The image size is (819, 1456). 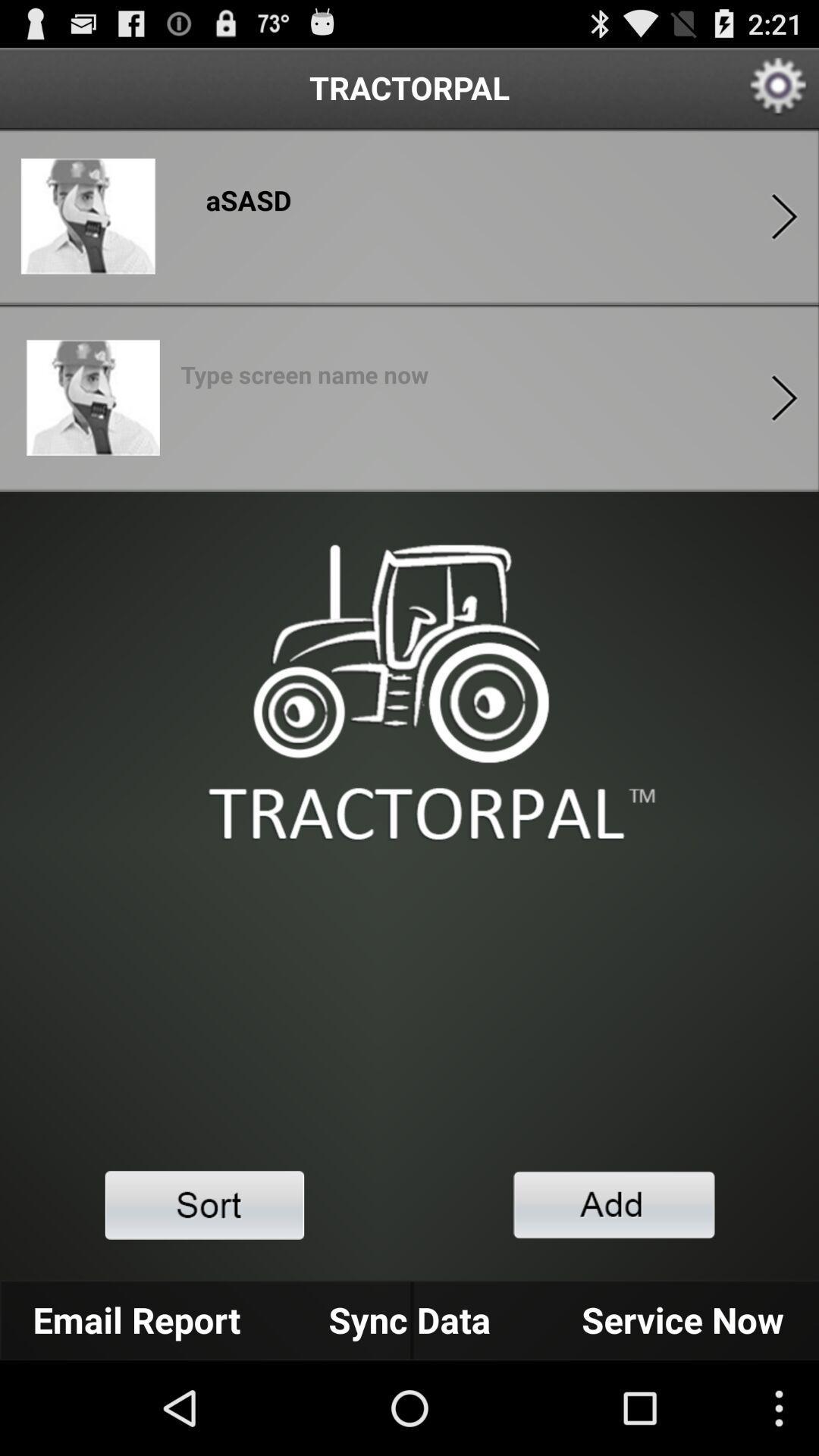 I want to click on the settings icon, so click(x=779, y=93).